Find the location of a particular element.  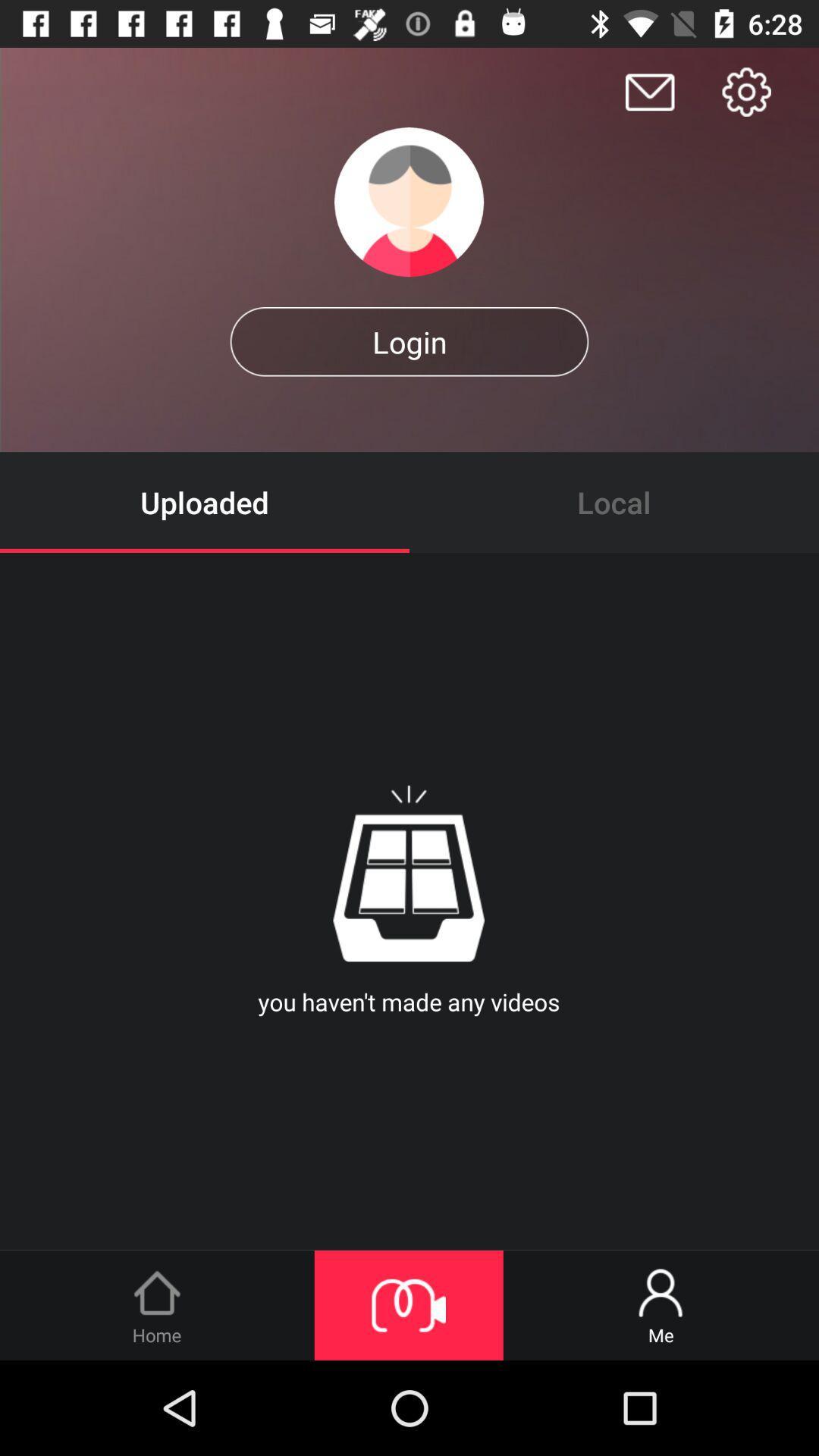

the email icon is located at coordinates (649, 91).